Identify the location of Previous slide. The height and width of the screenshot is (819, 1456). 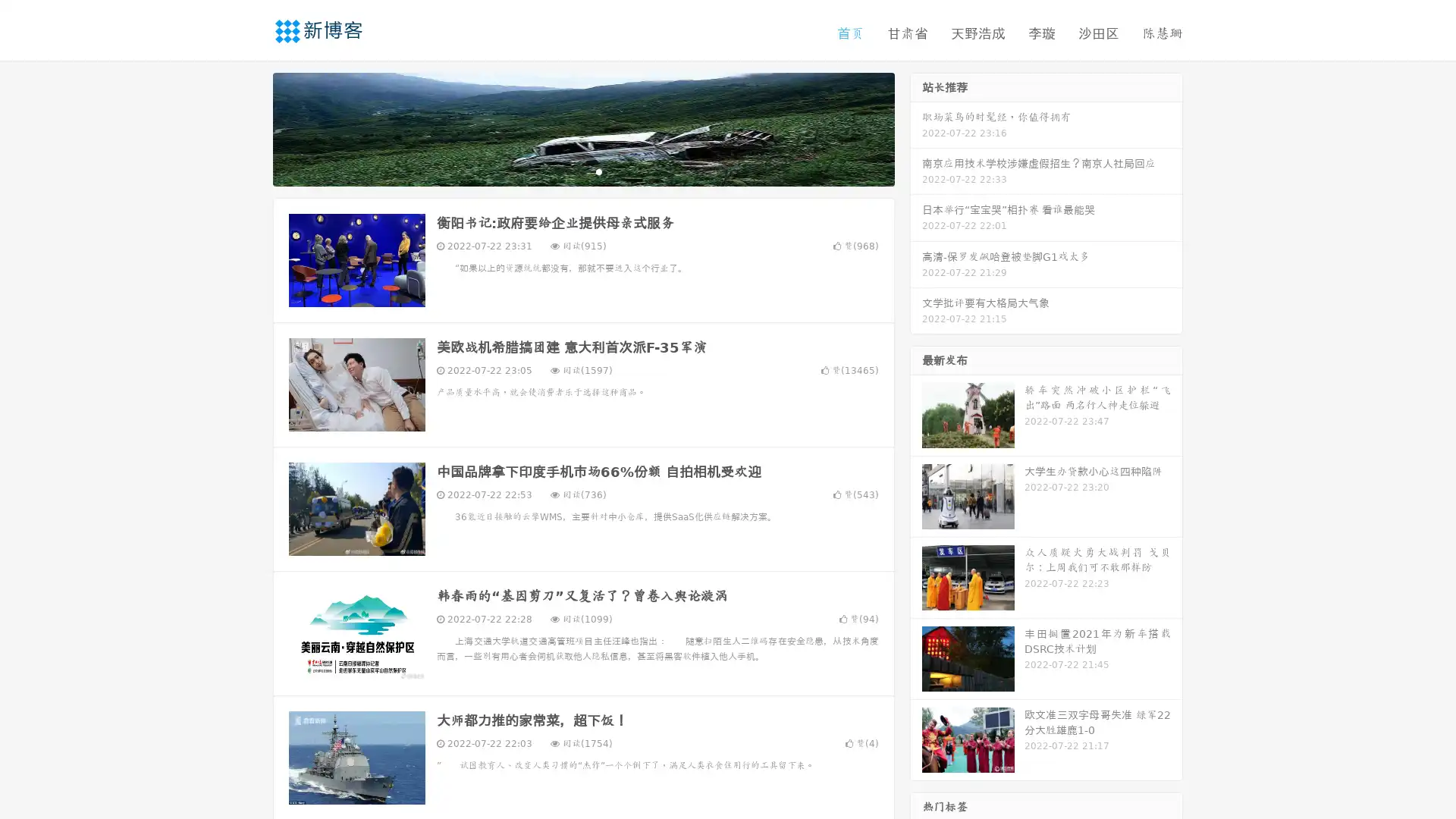
(250, 127).